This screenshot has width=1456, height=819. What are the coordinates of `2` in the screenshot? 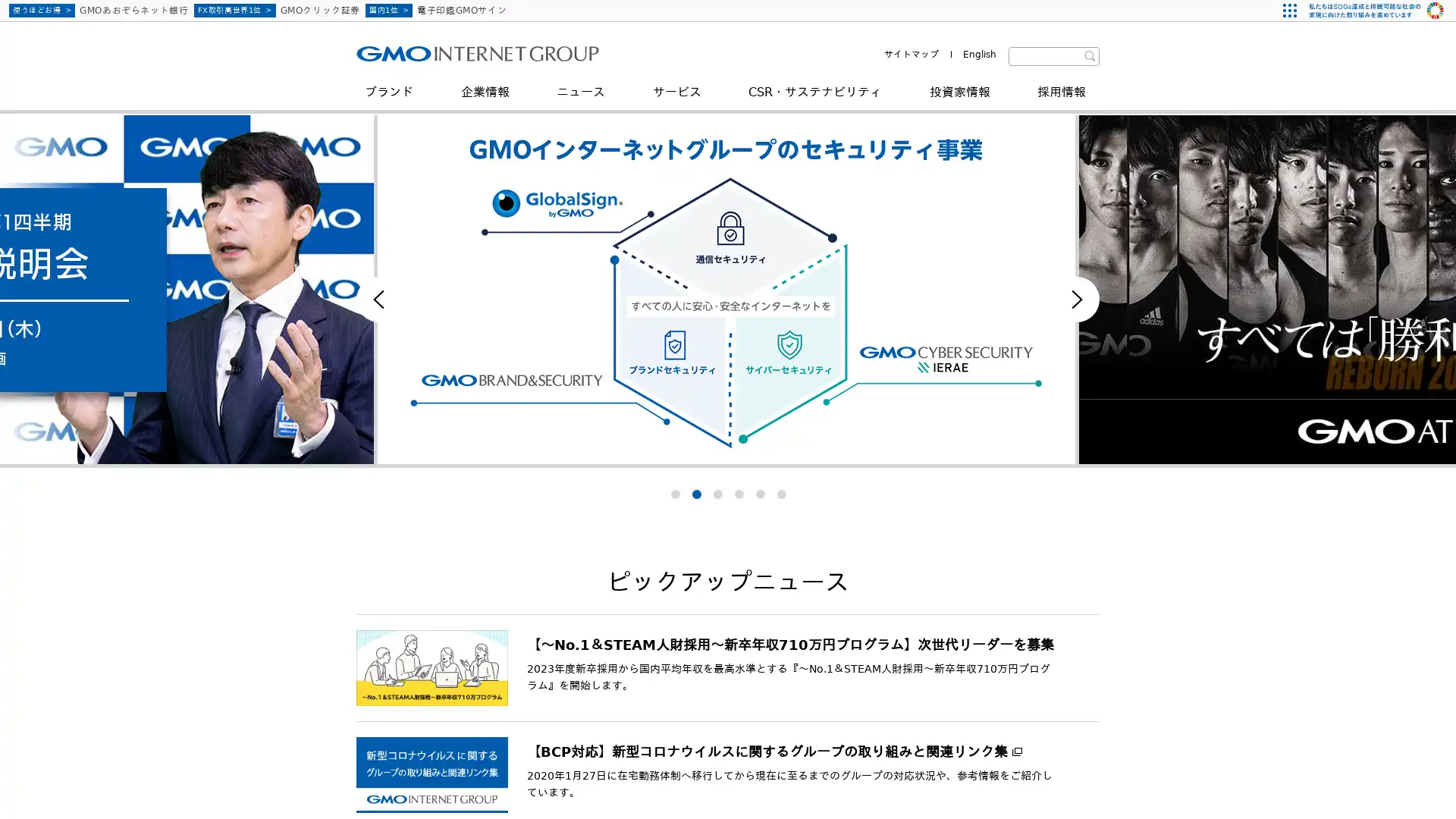 It's located at (695, 494).